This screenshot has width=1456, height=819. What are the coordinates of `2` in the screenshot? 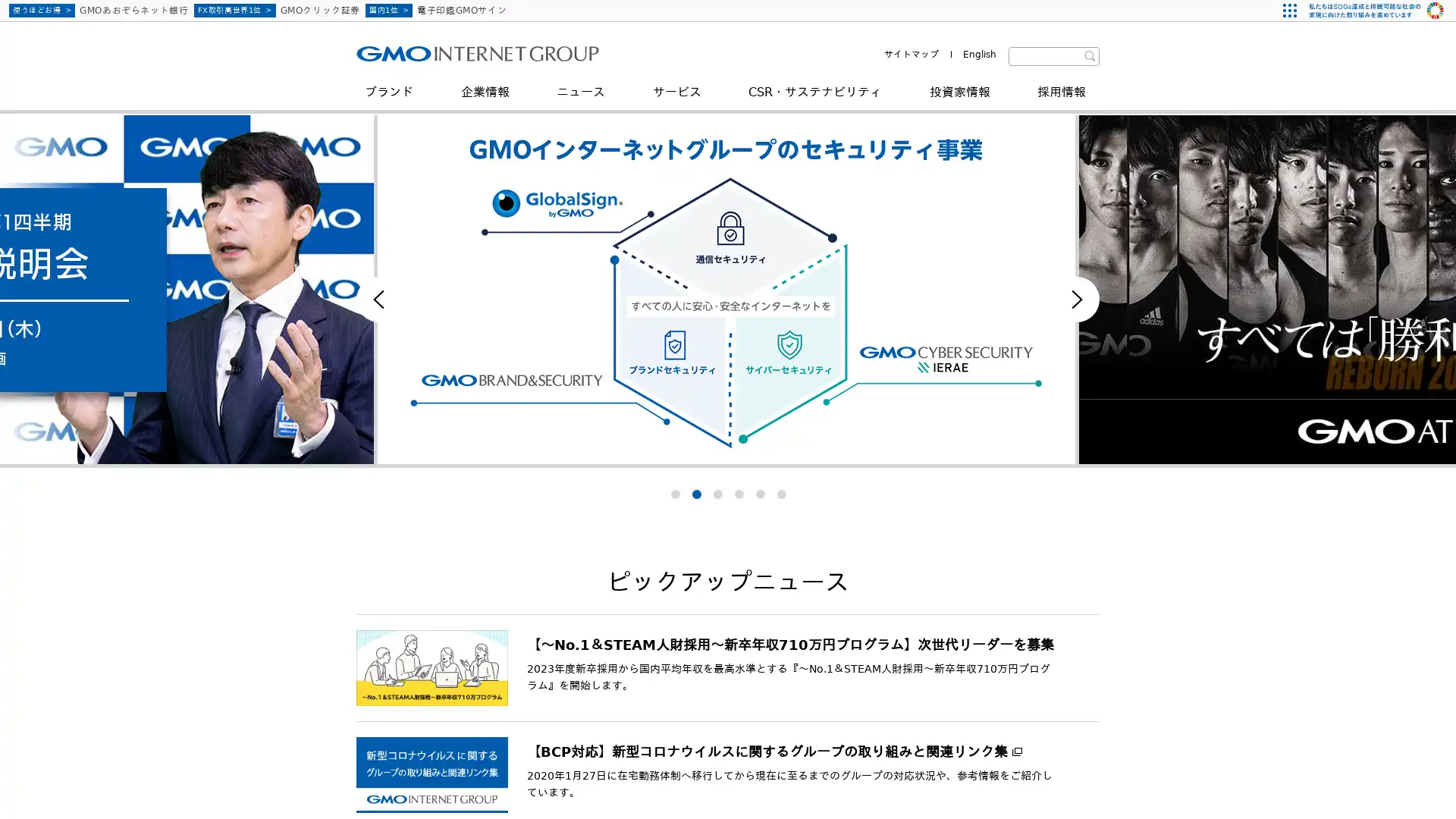 It's located at (695, 494).